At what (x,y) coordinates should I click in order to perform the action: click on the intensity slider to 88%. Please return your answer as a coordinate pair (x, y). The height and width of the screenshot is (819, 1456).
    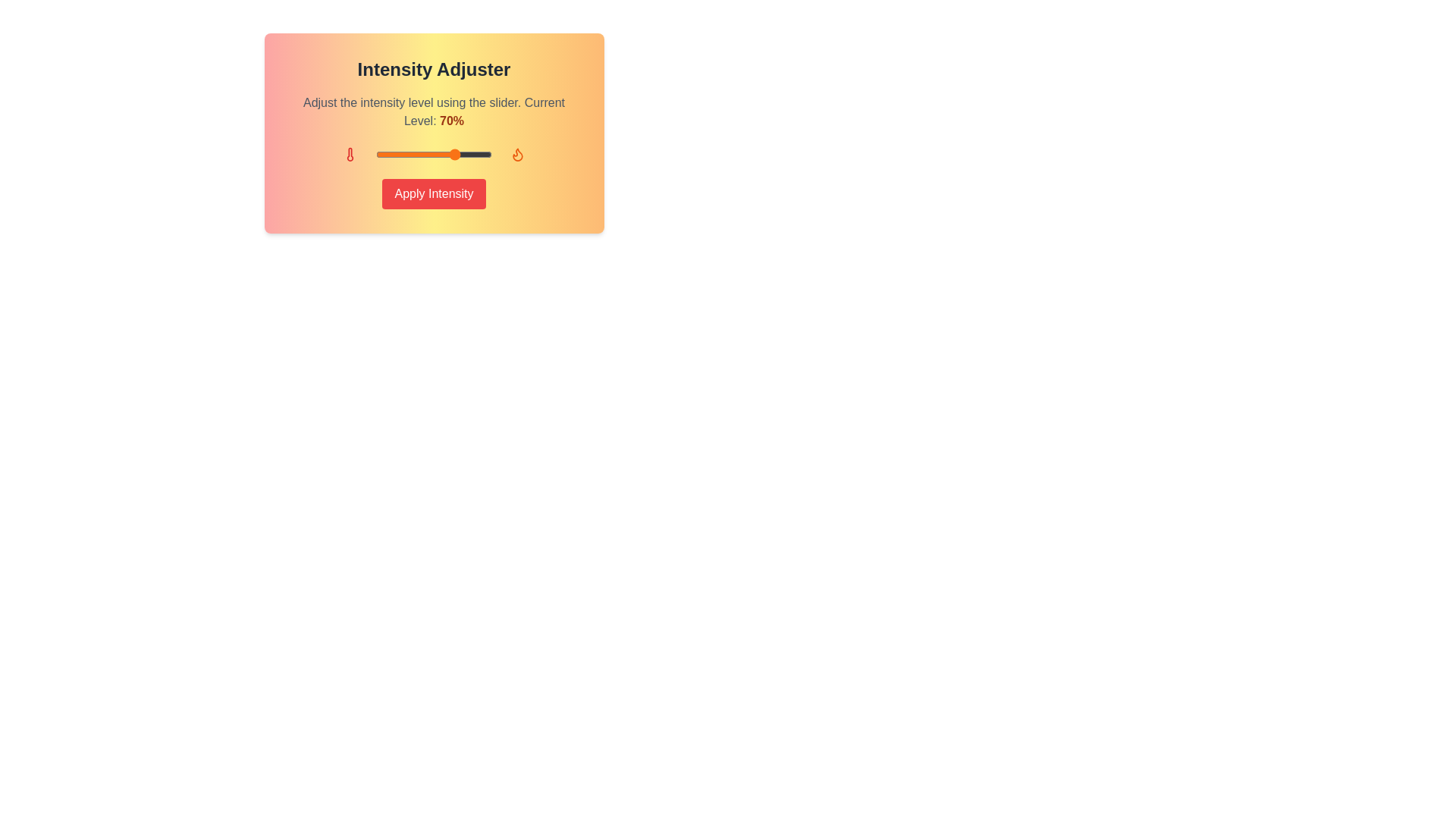
    Looking at the image, I should click on (477, 155).